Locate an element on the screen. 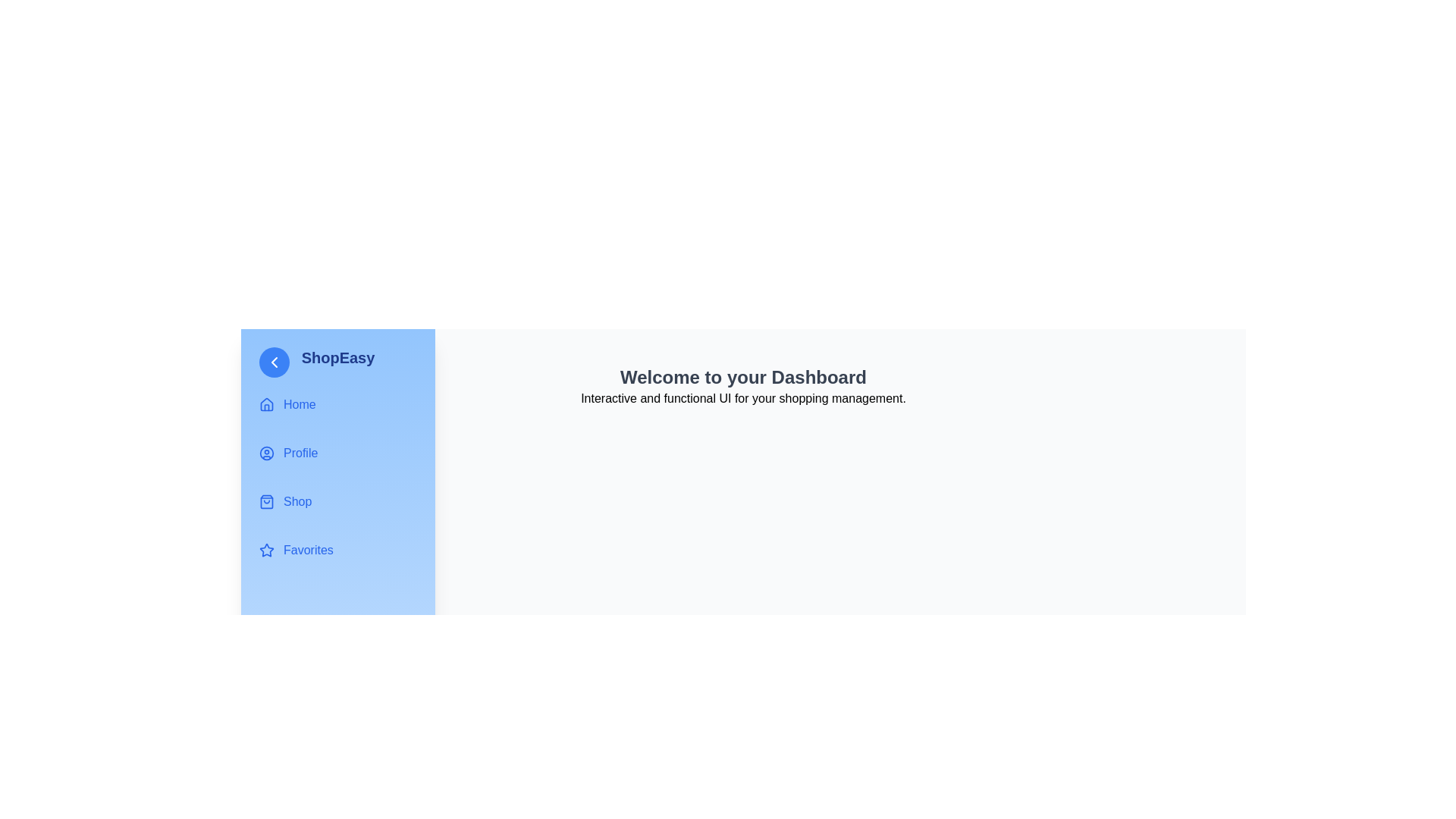  the 'Profile' menu item in the sidebar to activate the hover effect is located at coordinates (337, 452).